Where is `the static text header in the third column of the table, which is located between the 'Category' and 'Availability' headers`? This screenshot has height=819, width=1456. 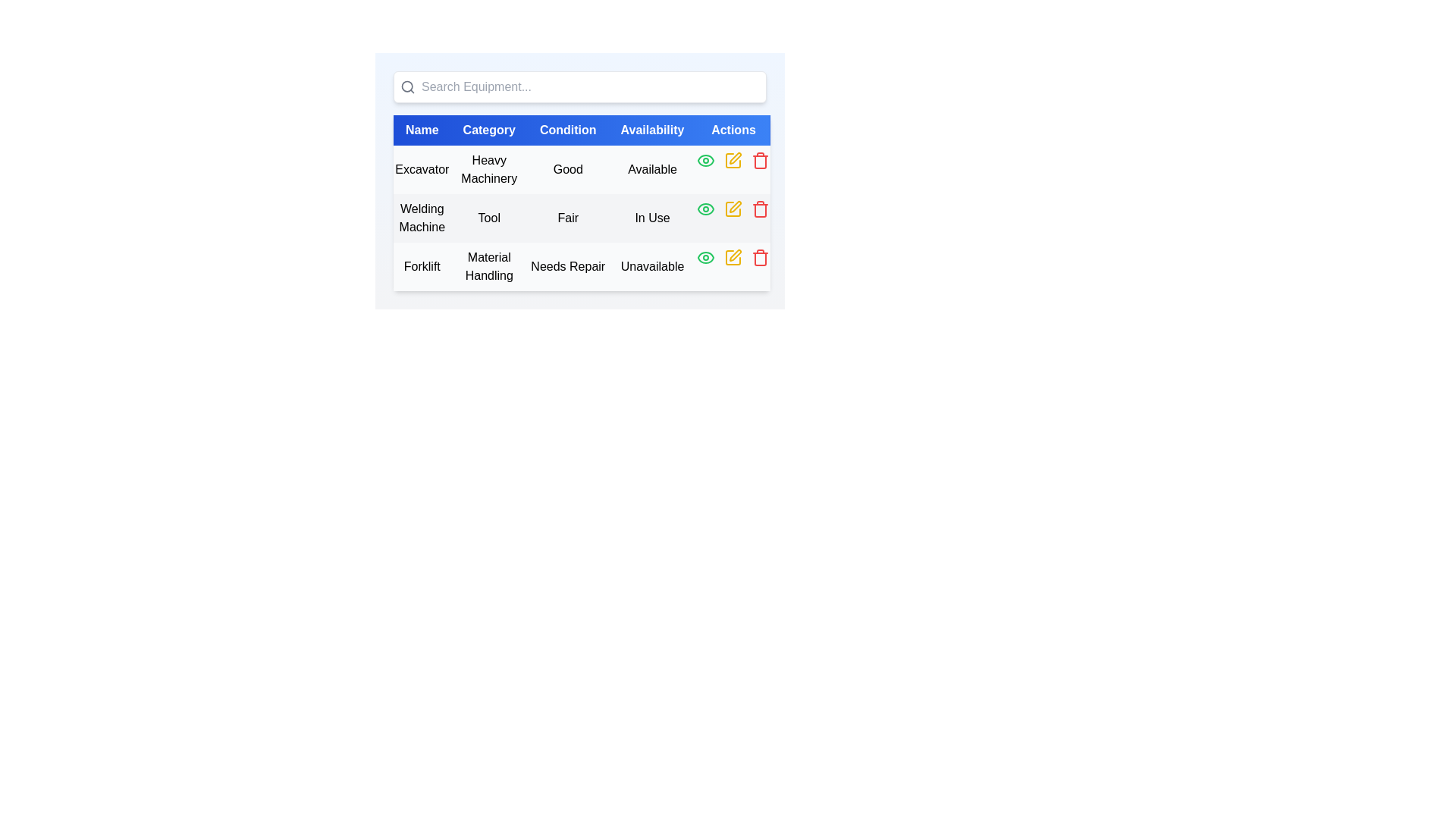 the static text header in the third column of the table, which is located between the 'Category' and 'Availability' headers is located at coordinates (567, 130).